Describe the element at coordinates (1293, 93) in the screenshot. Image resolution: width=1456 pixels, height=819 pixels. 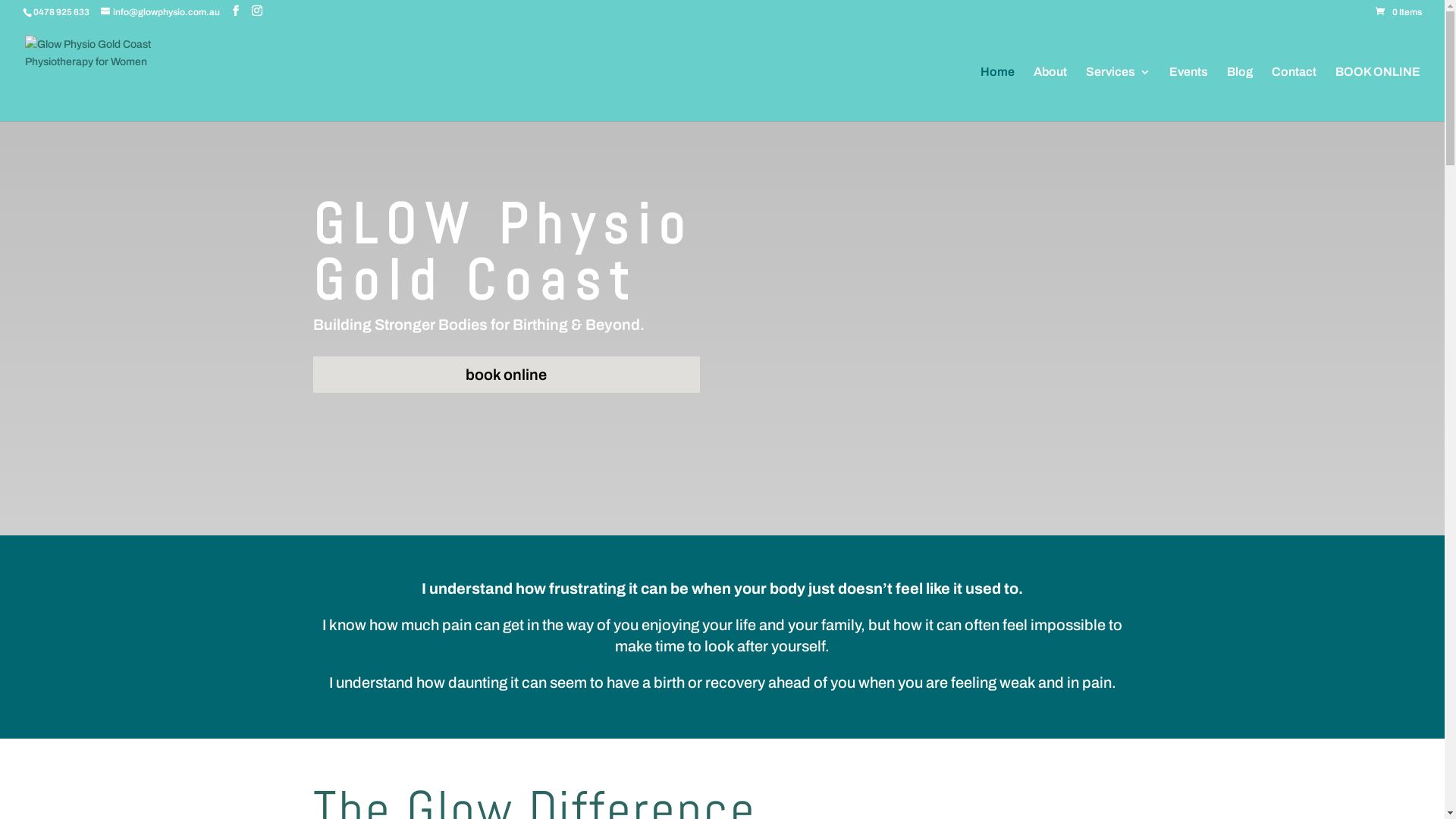
I see `'Contact'` at that location.